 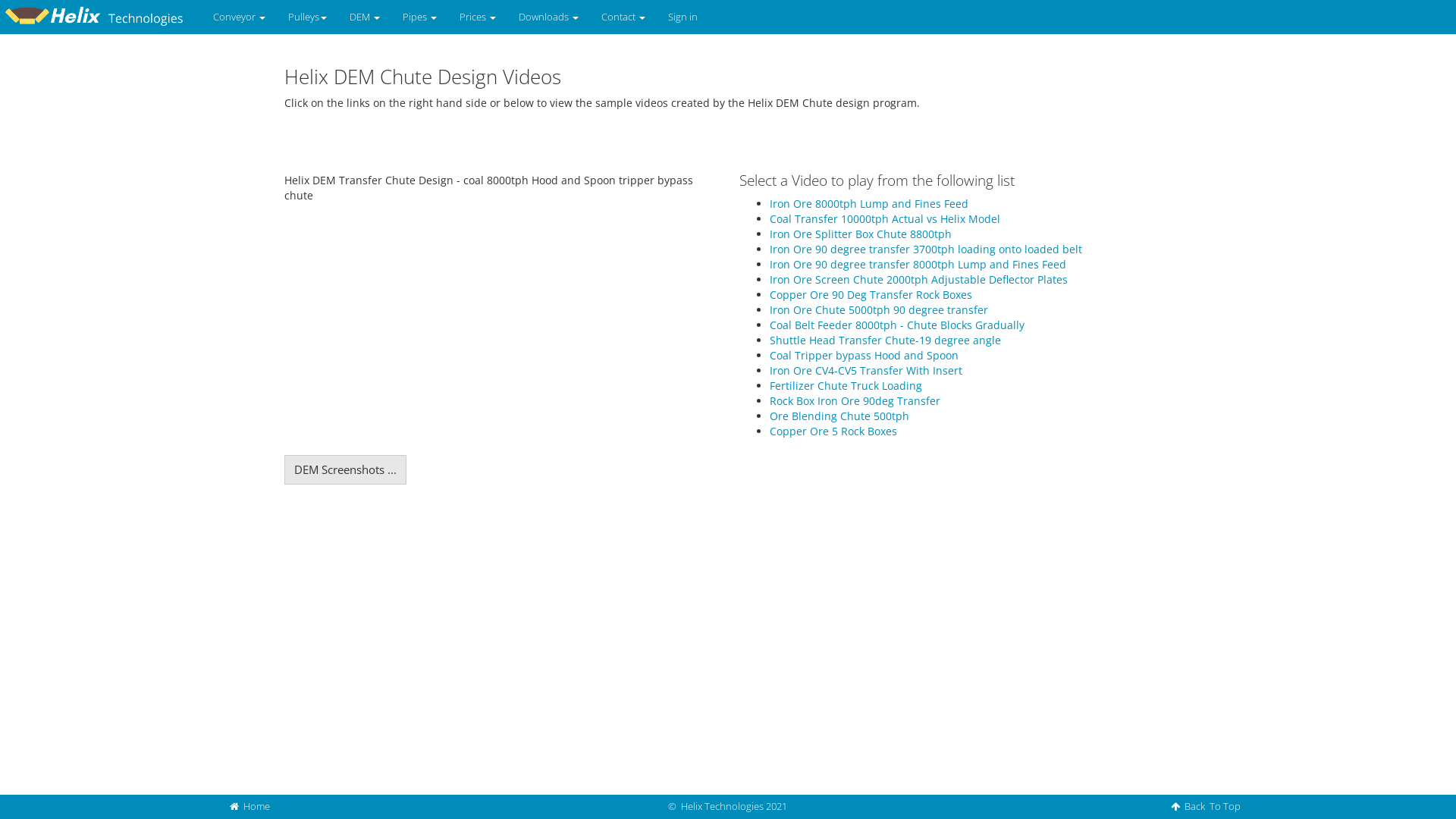 I want to click on '  Home', so click(x=249, y=805).